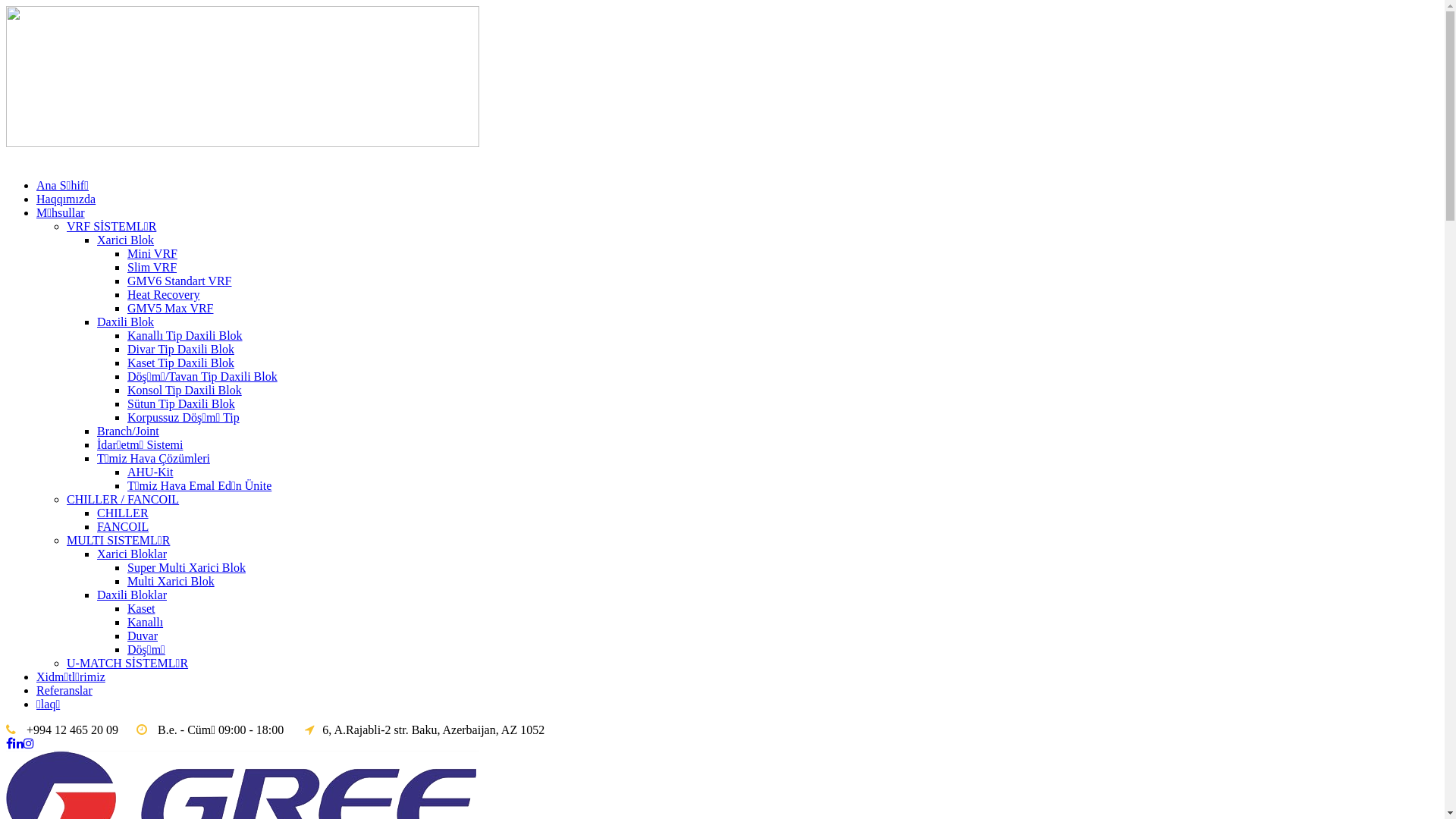  What do you see at coordinates (131, 554) in the screenshot?
I see `'Xarici Bloklar'` at bounding box center [131, 554].